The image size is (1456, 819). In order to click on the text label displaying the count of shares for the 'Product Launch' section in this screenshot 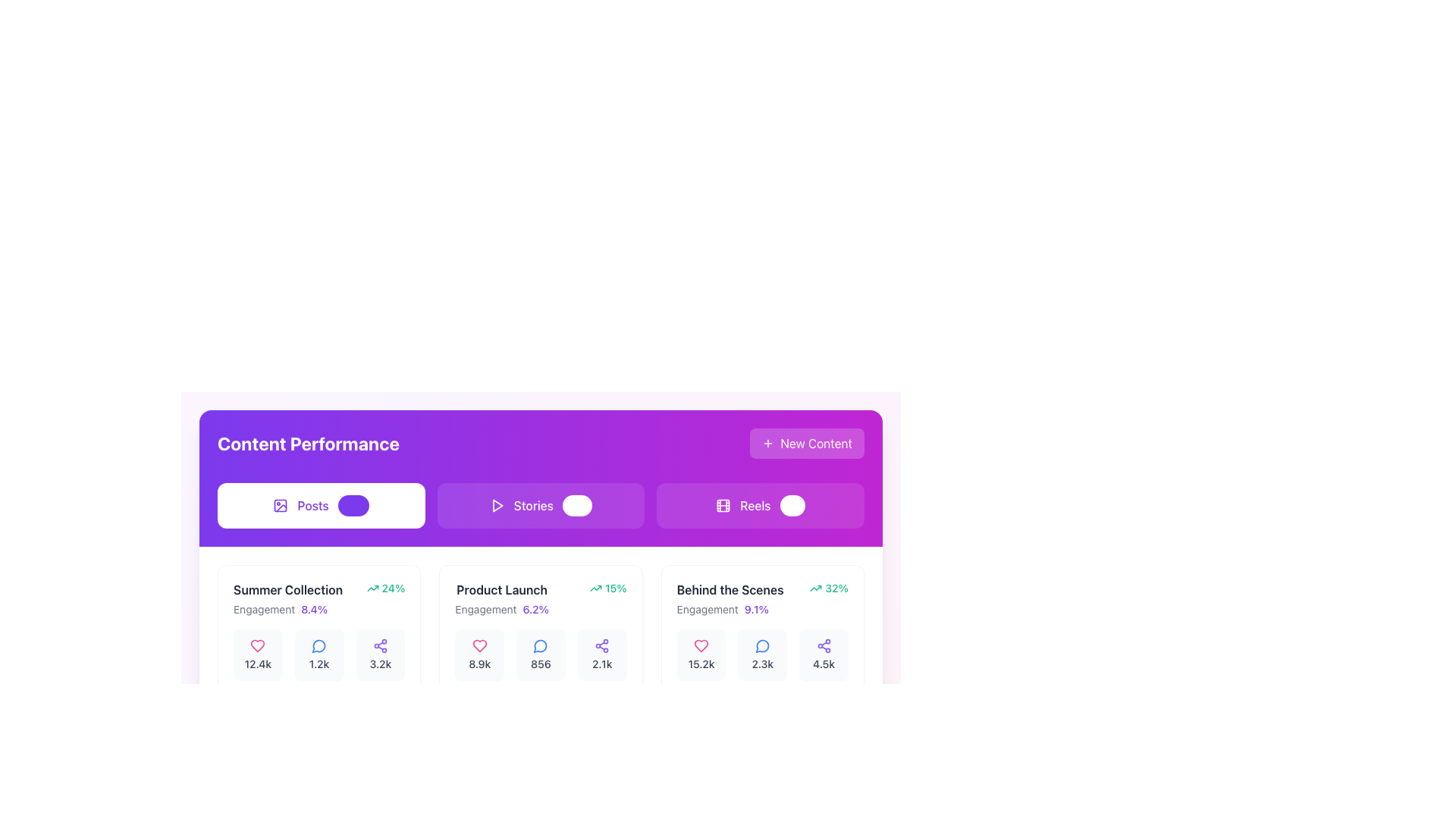, I will do `click(601, 663)`.